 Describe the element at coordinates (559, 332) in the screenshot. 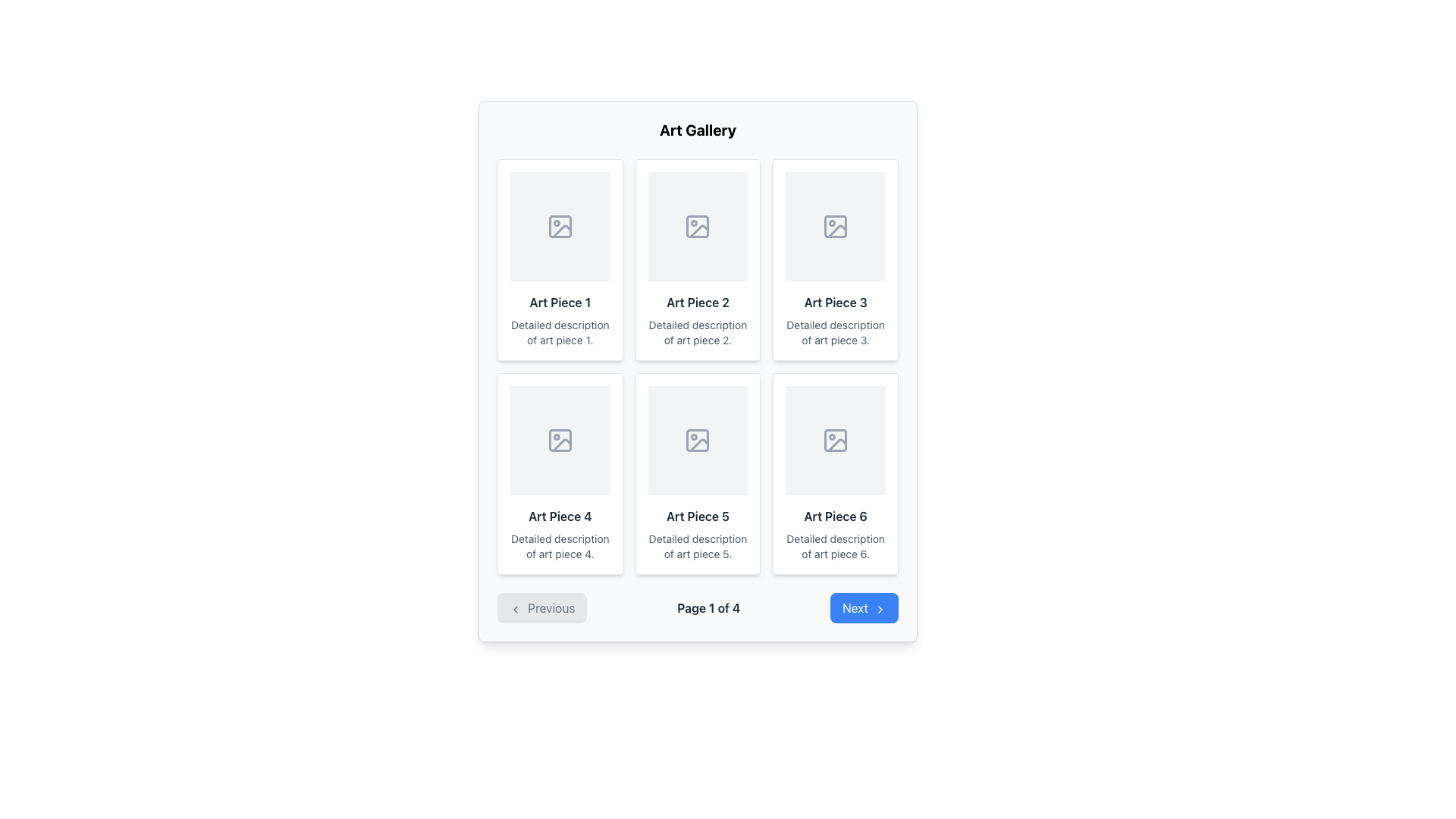

I see `descriptive text label for 'Art Piece 1', which is the second text line located within the card for 'Art Piece 1'` at that location.